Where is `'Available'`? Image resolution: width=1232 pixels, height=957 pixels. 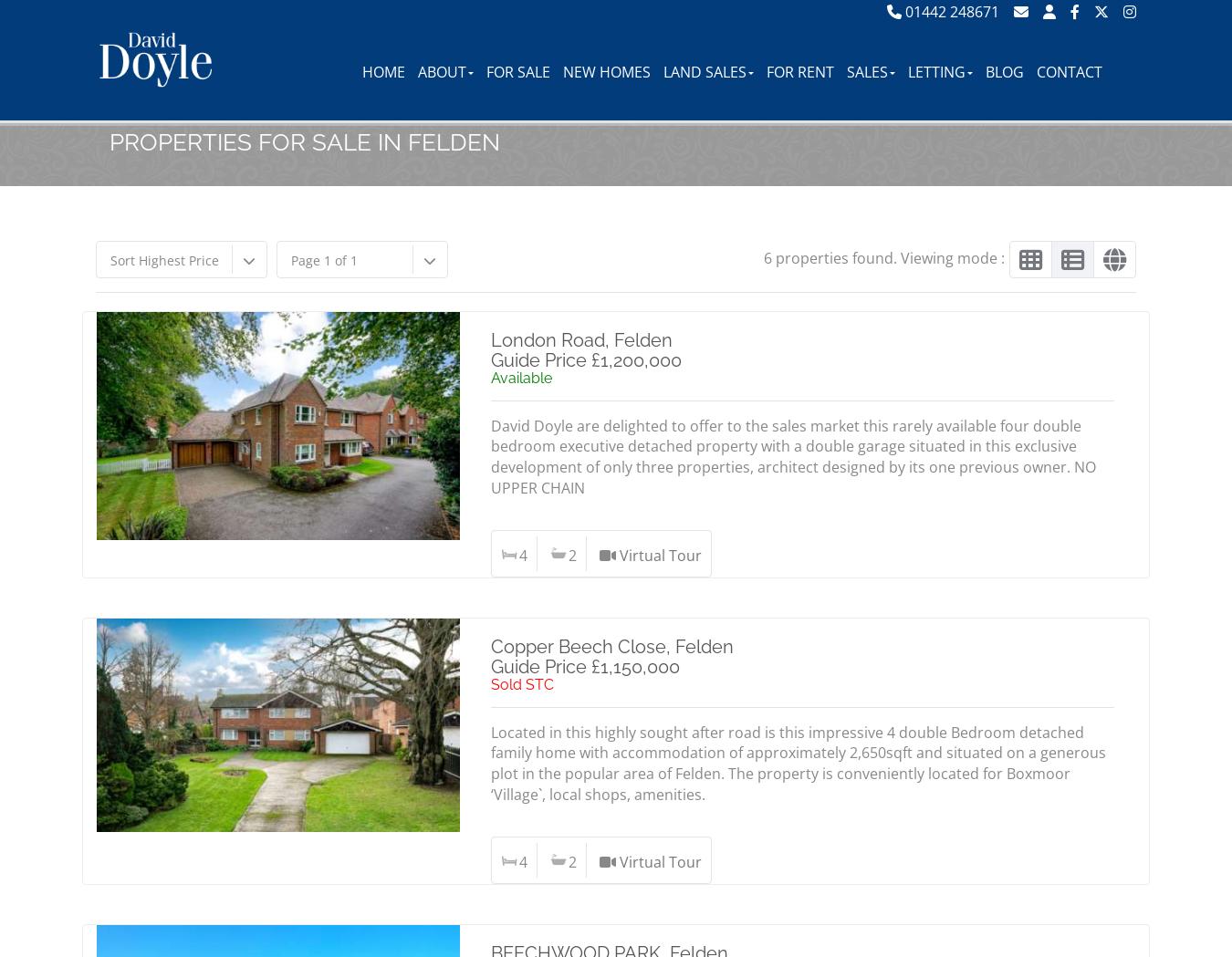 'Available' is located at coordinates (489, 377).